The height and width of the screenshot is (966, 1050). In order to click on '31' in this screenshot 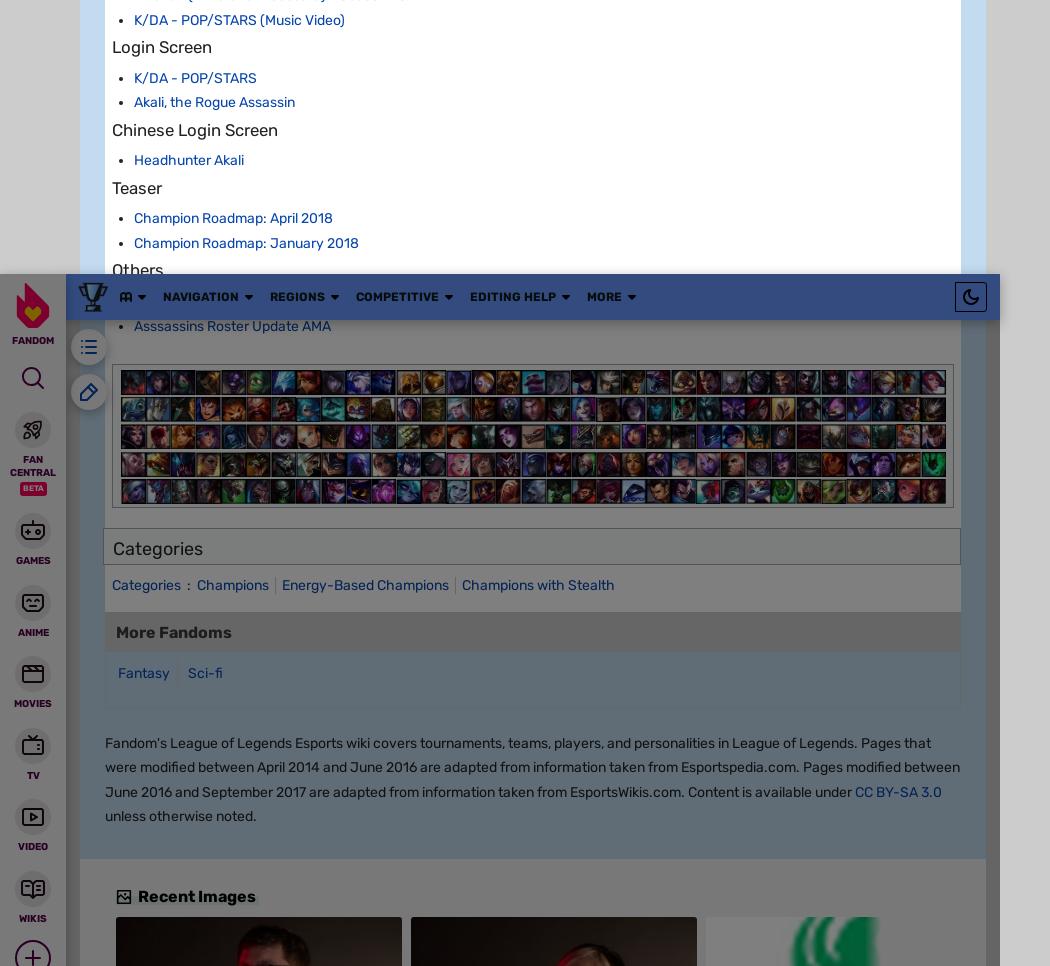, I will do `click(313, 765)`.